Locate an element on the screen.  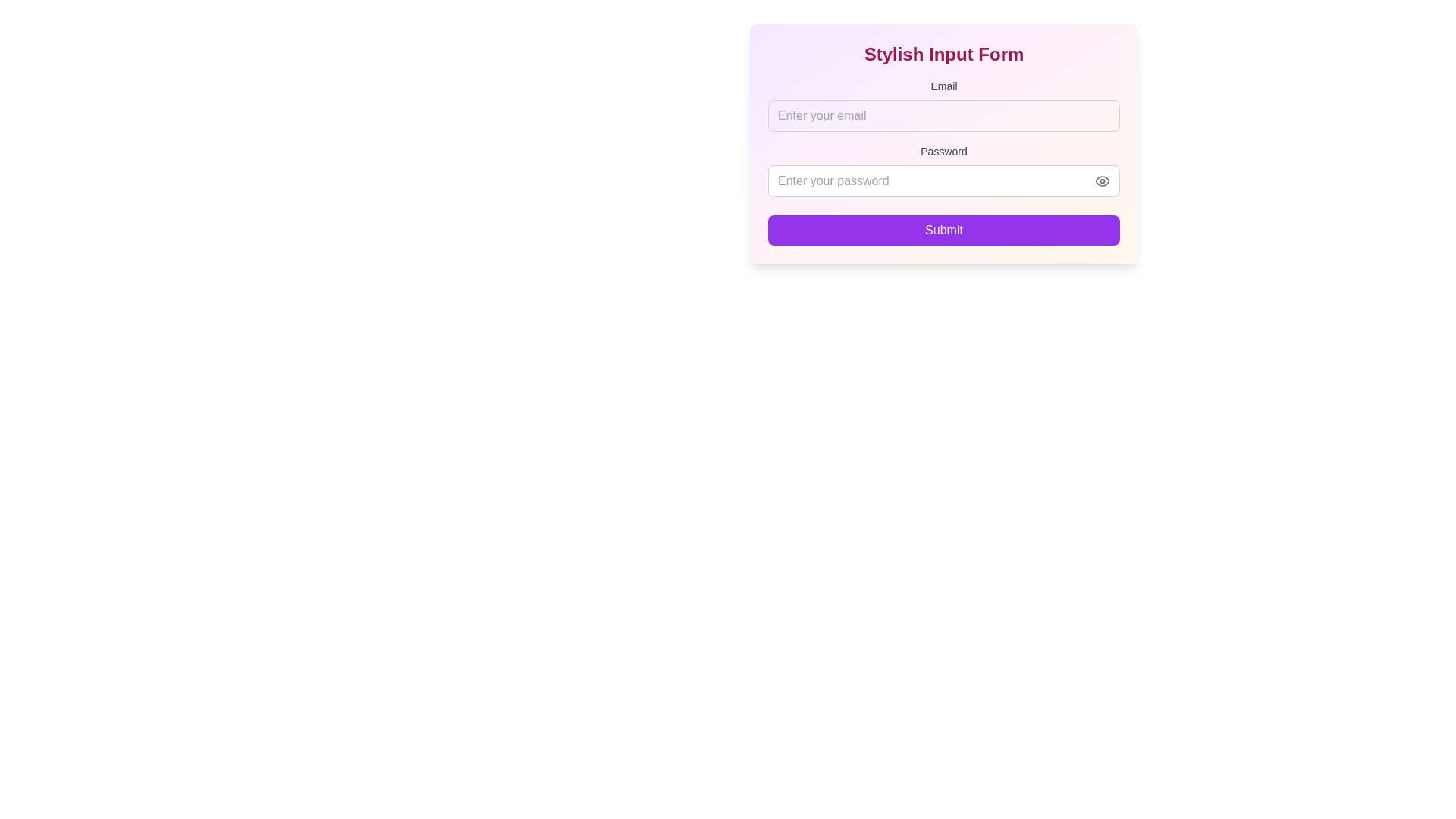
the password input field located below the email input section and above the submit button is located at coordinates (943, 170).